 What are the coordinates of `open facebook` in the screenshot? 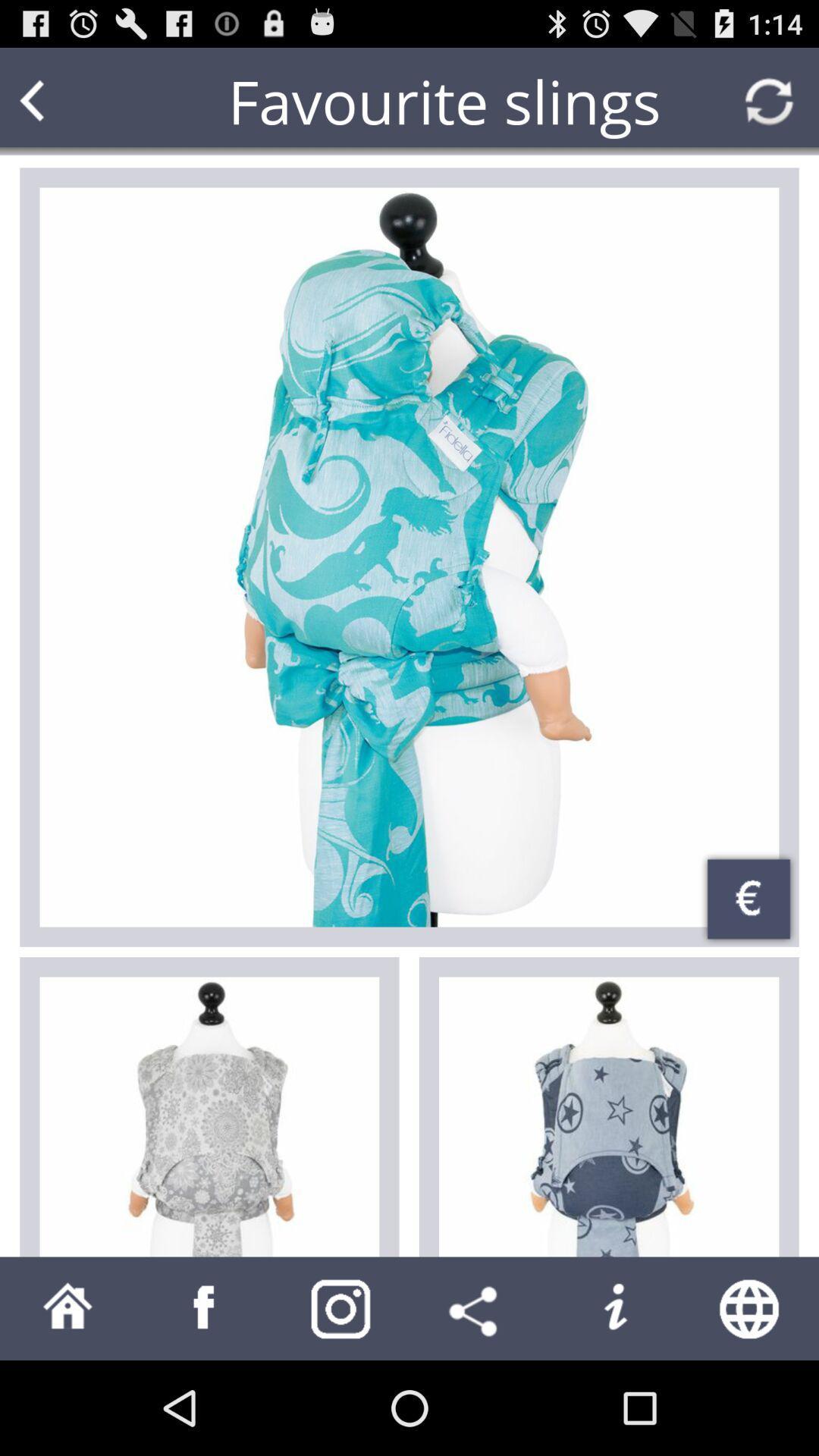 It's located at (205, 1307).